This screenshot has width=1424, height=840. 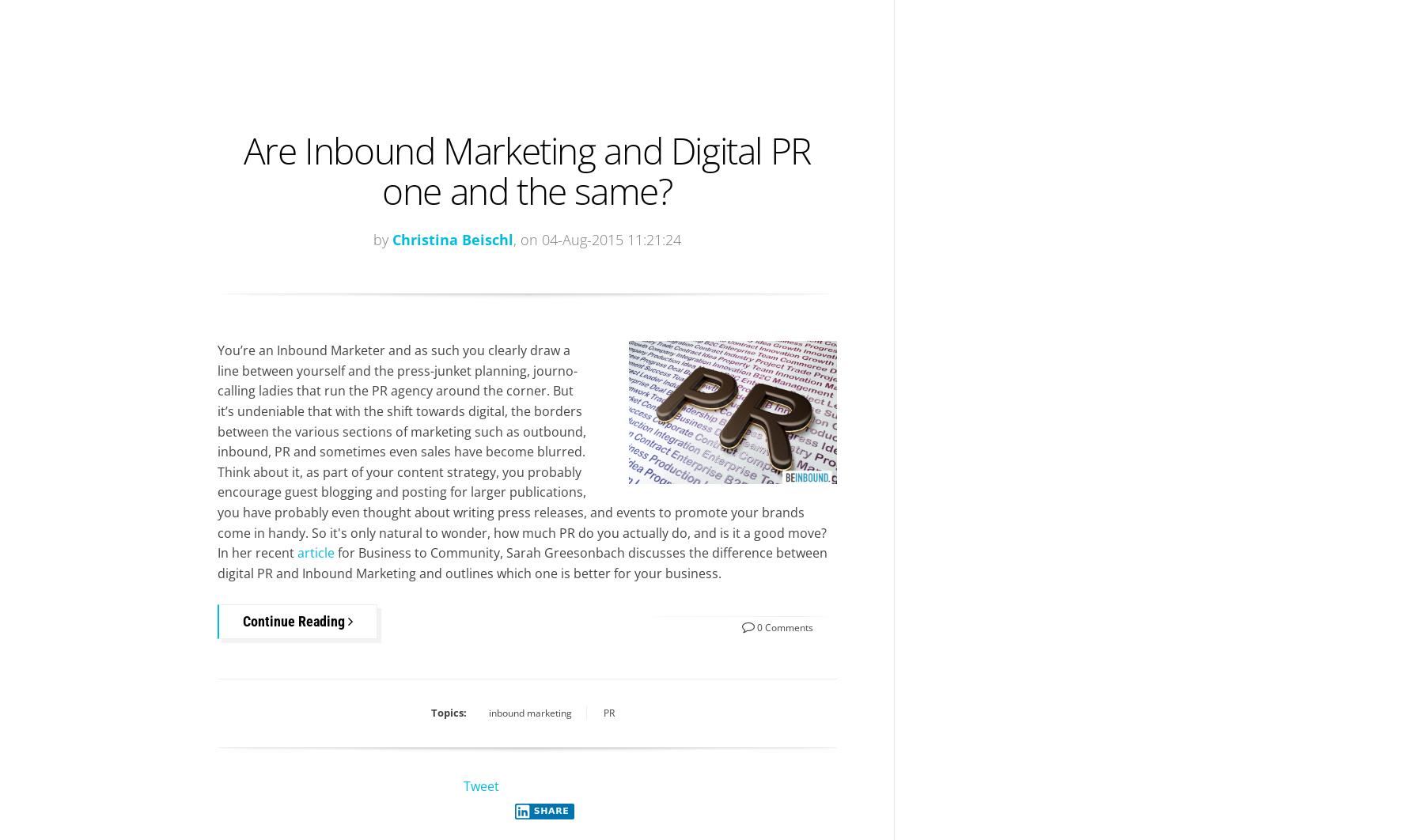 What do you see at coordinates (452, 238) in the screenshot?
I see `'Christina Beischl'` at bounding box center [452, 238].